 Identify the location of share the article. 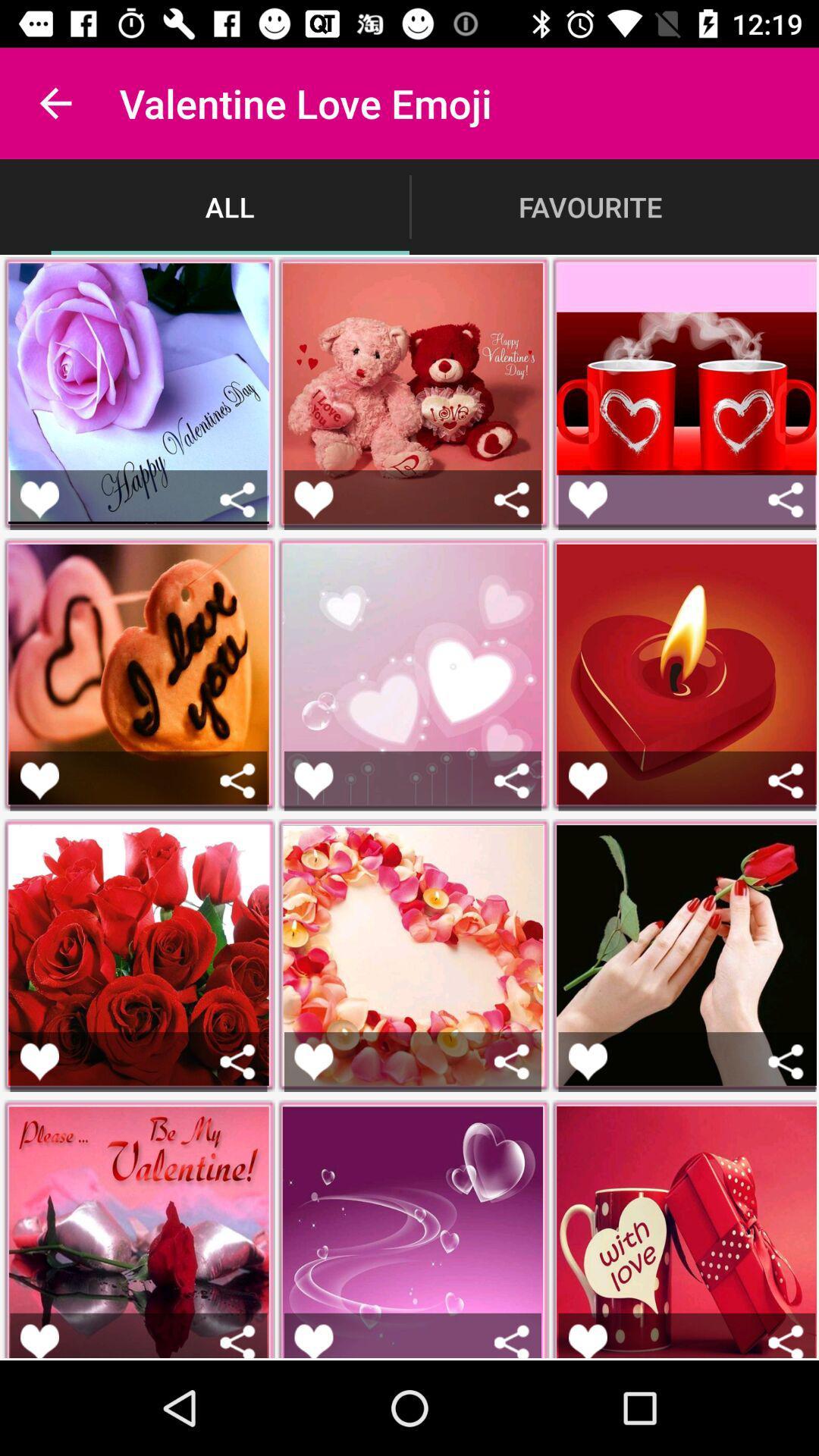
(785, 1061).